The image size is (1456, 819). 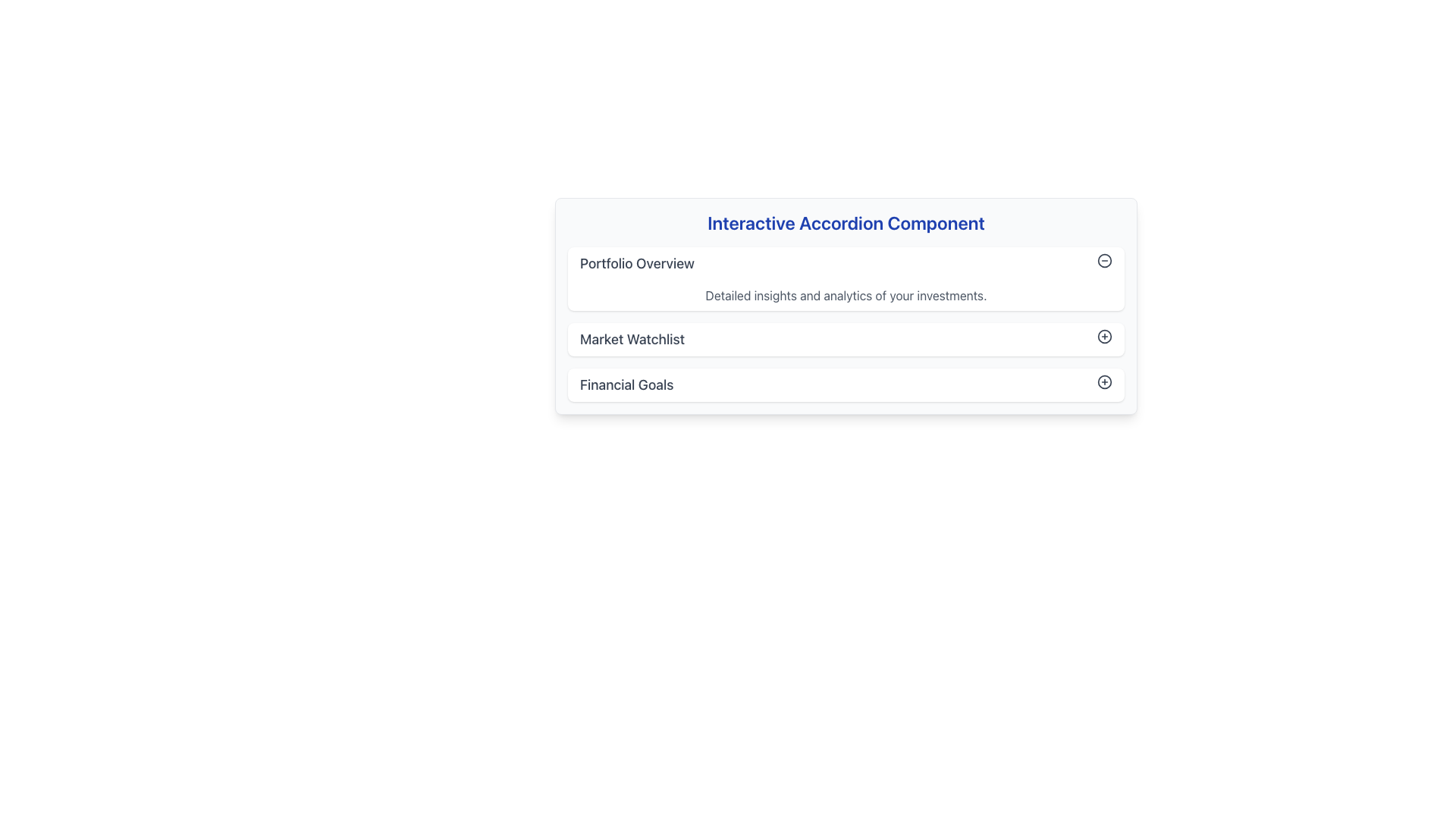 I want to click on the small circular '+' button located to the right of the 'Market Watchlist' text, so click(x=1105, y=335).